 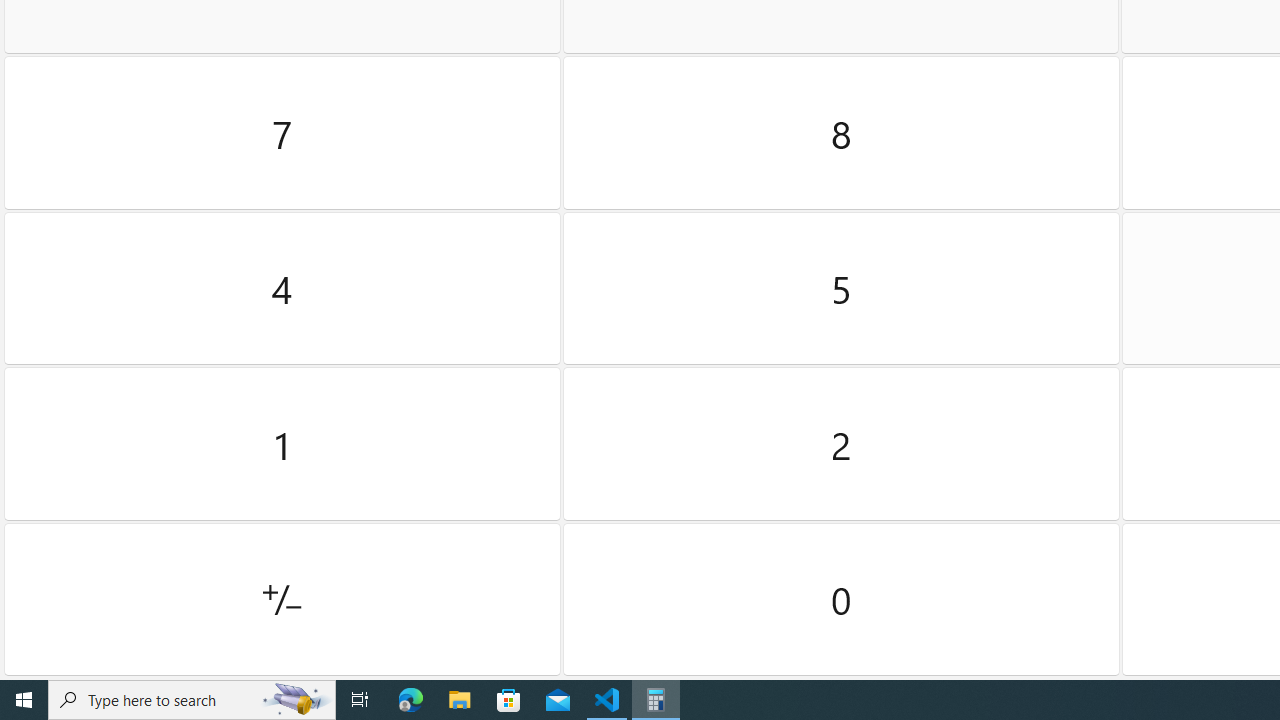 What do you see at coordinates (281, 133) in the screenshot?
I see `'Seven'` at bounding box center [281, 133].